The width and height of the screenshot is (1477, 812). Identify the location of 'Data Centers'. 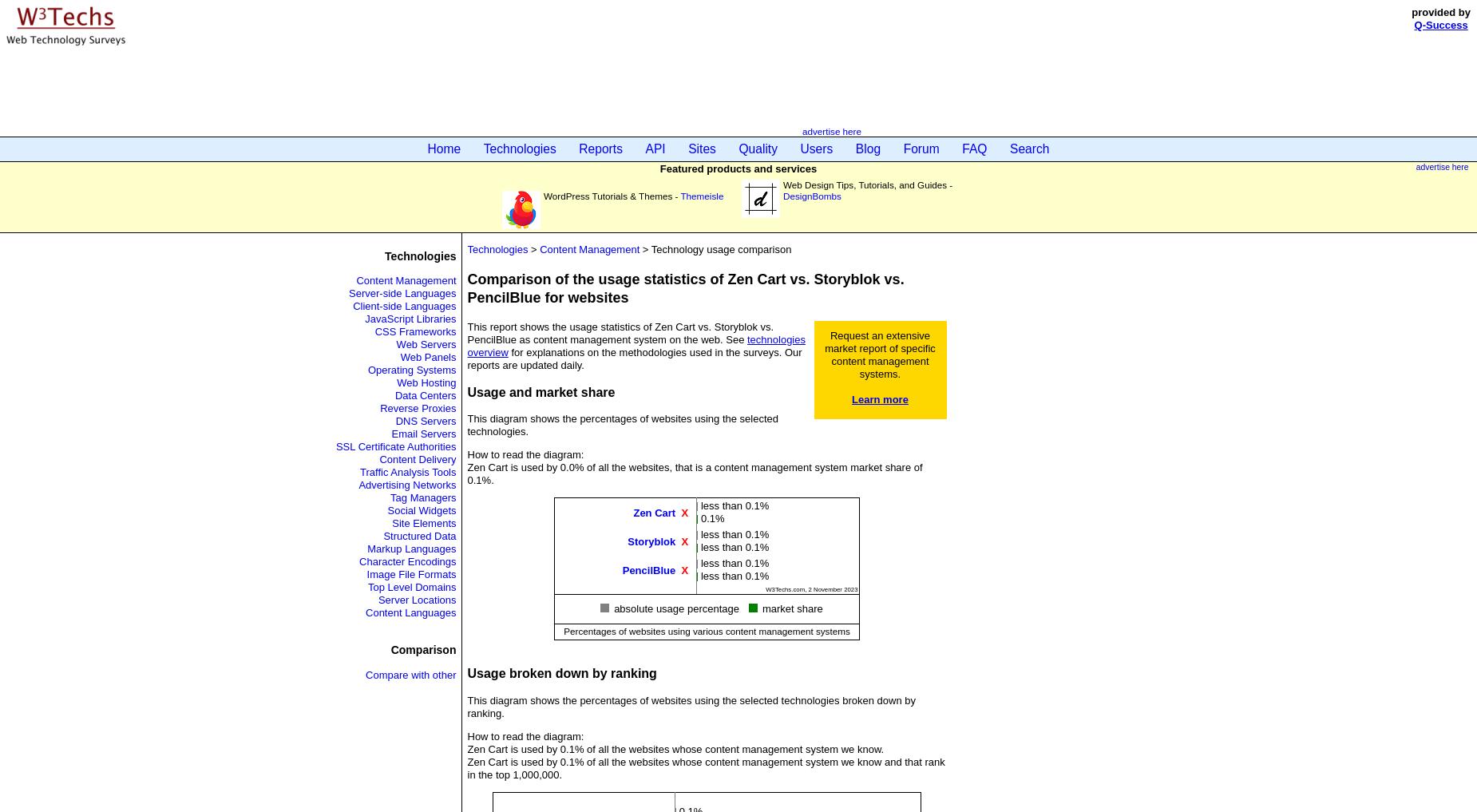
(425, 394).